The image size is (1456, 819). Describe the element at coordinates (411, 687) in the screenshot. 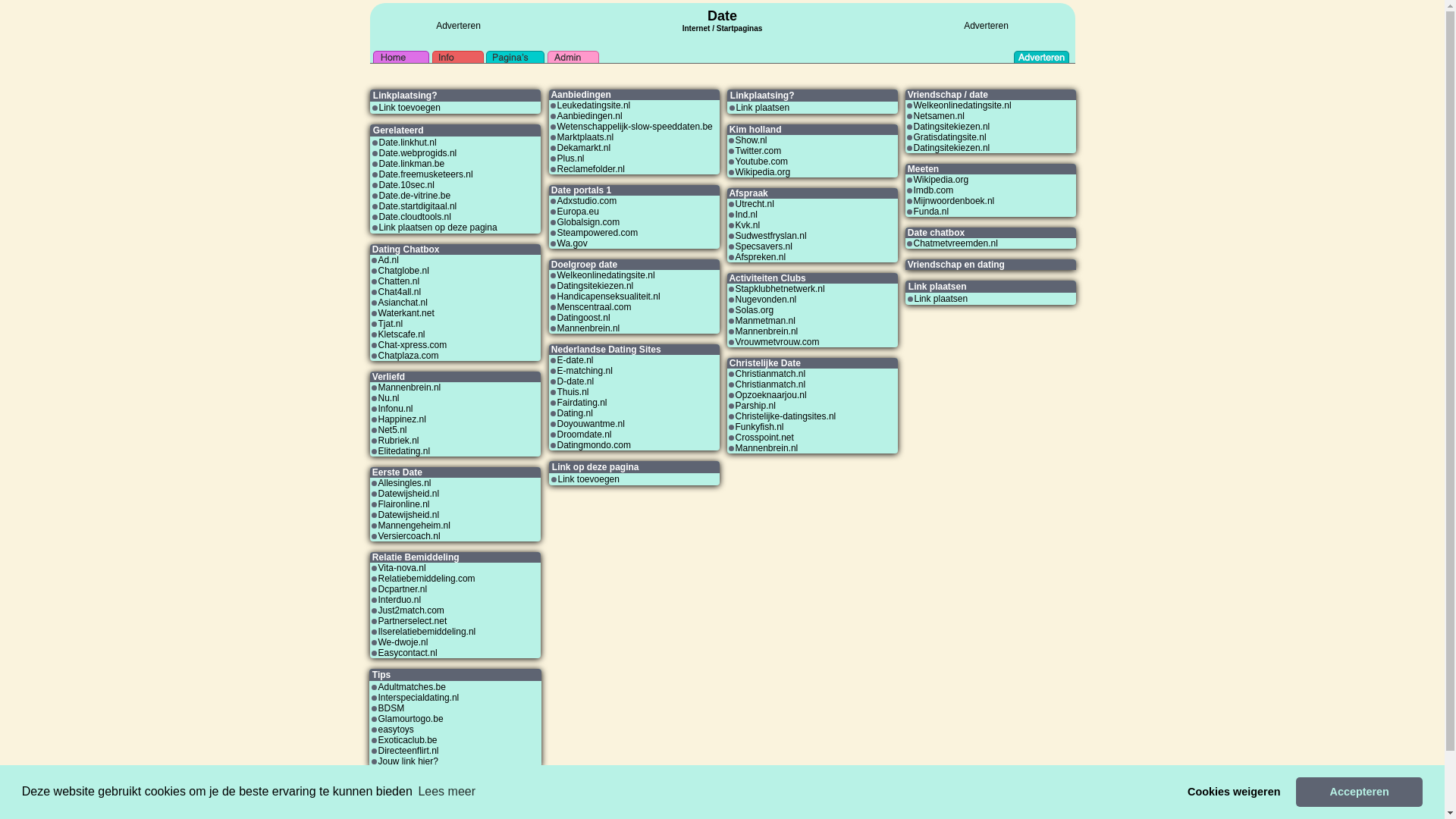

I see `'Adultmatches.be'` at that location.